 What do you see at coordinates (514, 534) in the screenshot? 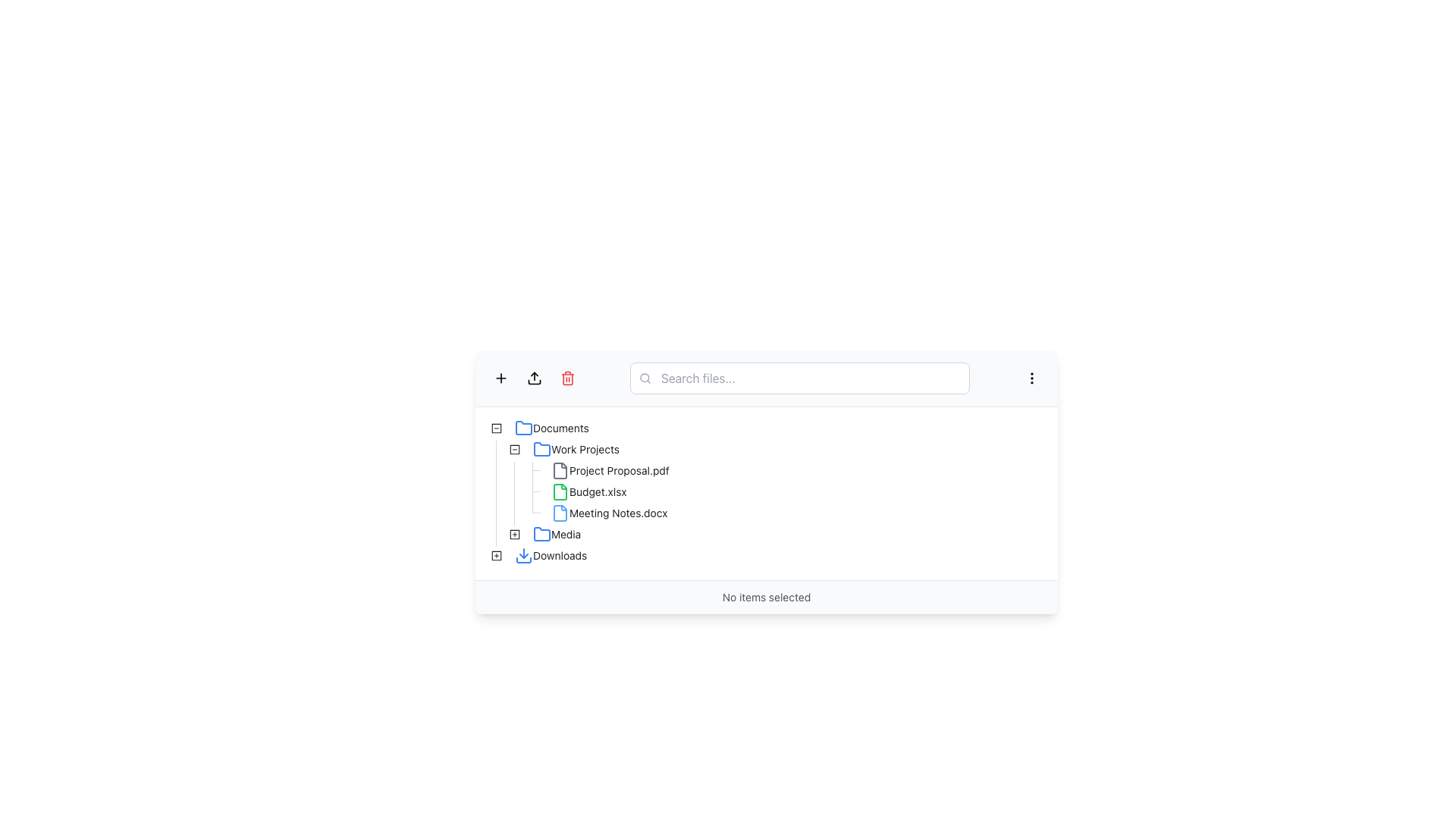
I see `the button` at bounding box center [514, 534].